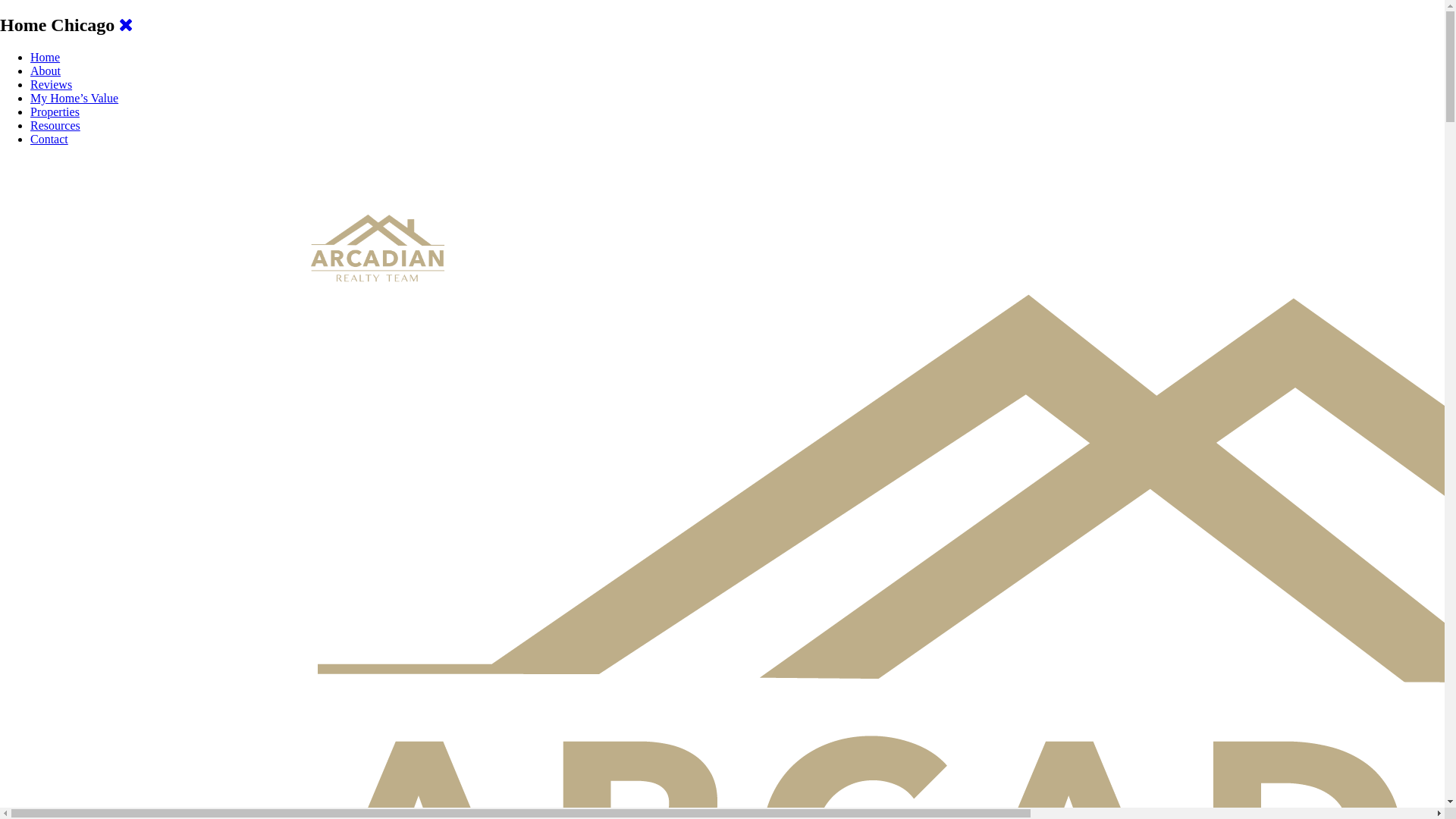  Describe the element at coordinates (45, 71) in the screenshot. I see `'About'` at that location.